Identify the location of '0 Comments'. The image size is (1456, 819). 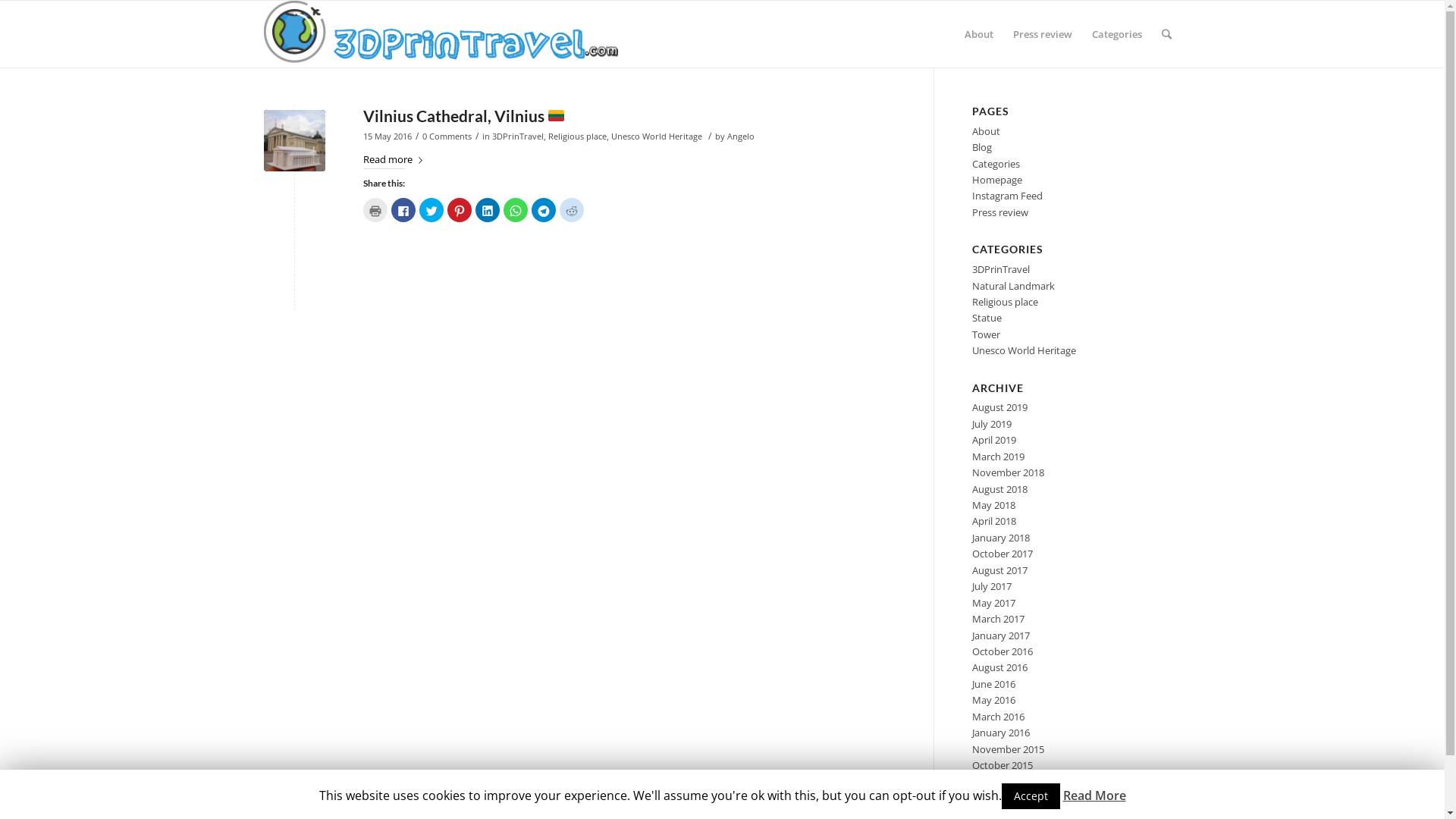
(445, 136).